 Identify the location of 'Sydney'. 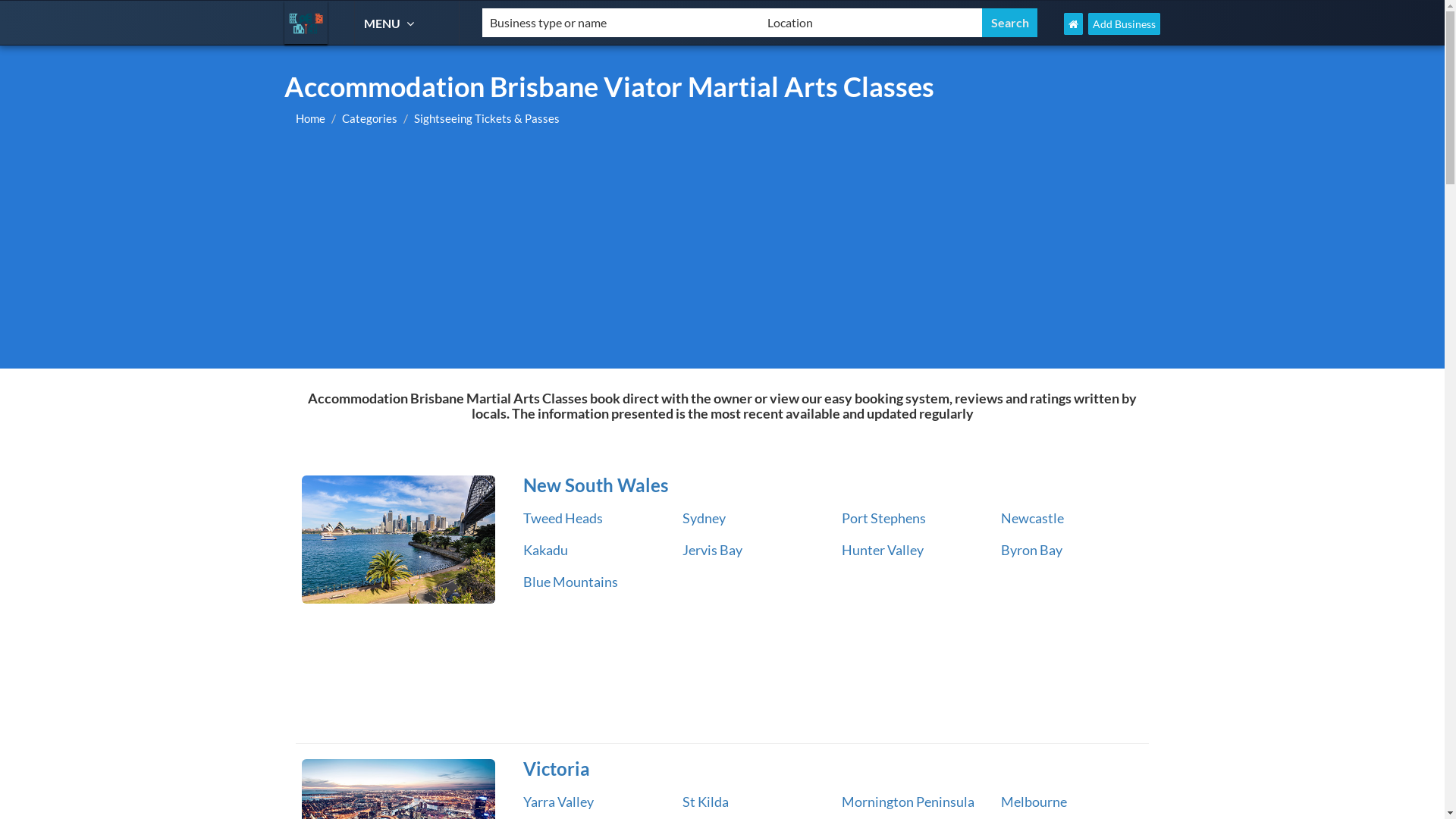
(703, 516).